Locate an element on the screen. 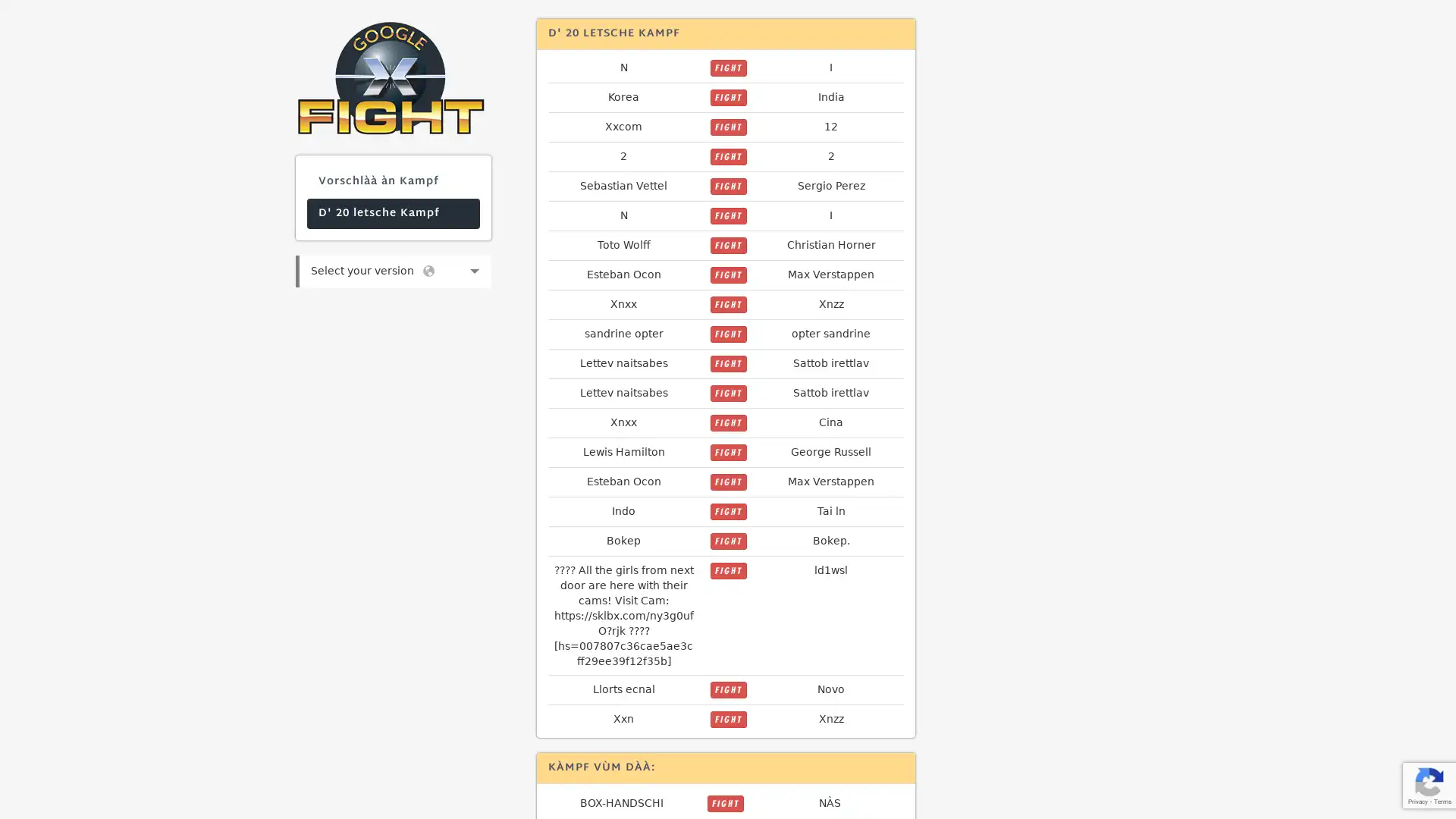 The width and height of the screenshot is (1456, 819). FIGHT is located at coordinates (728, 157).